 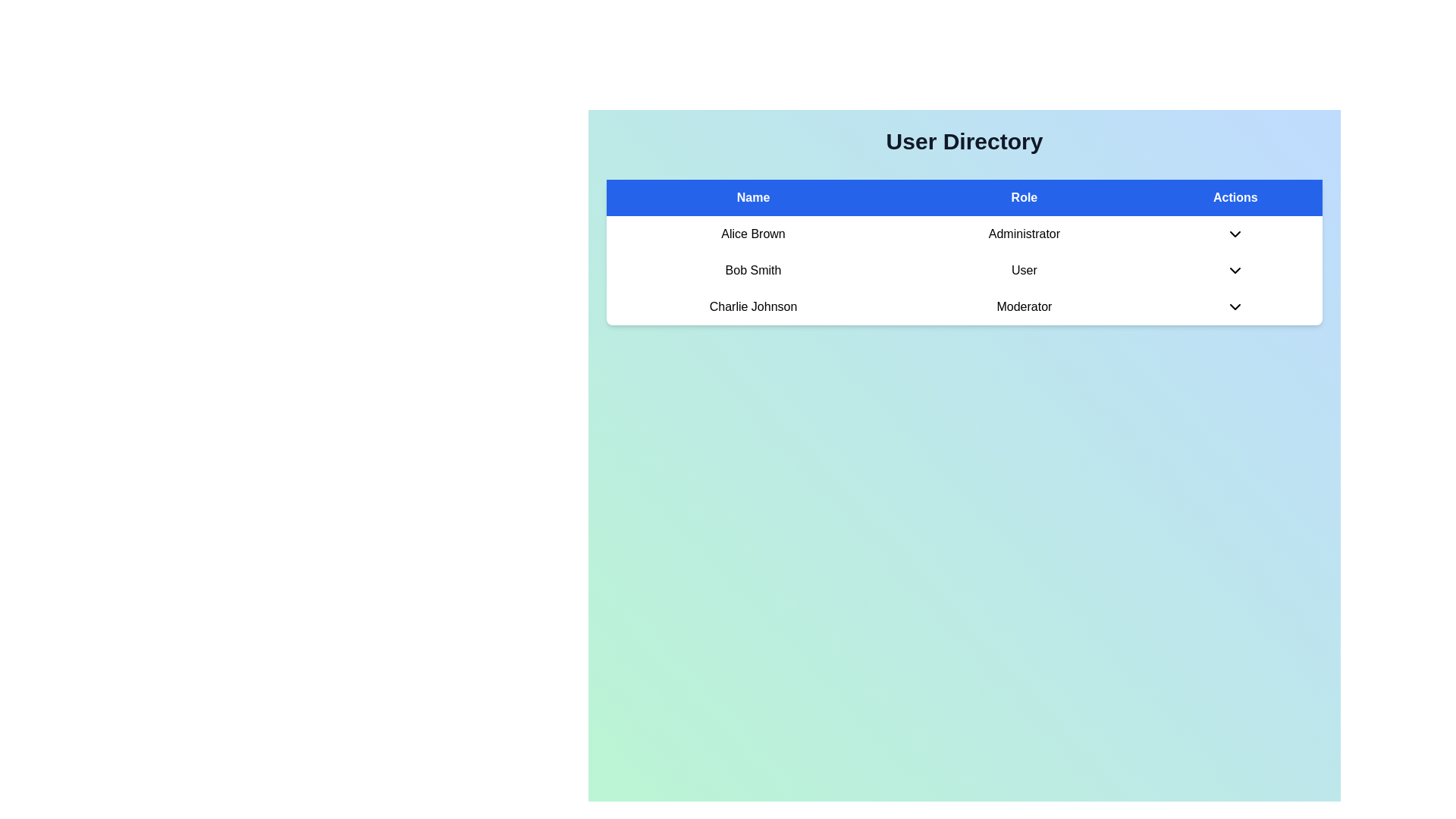 I want to click on the static text label displaying the user's name, which is the leftmost element in the user details row, so click(x=753, y=307).